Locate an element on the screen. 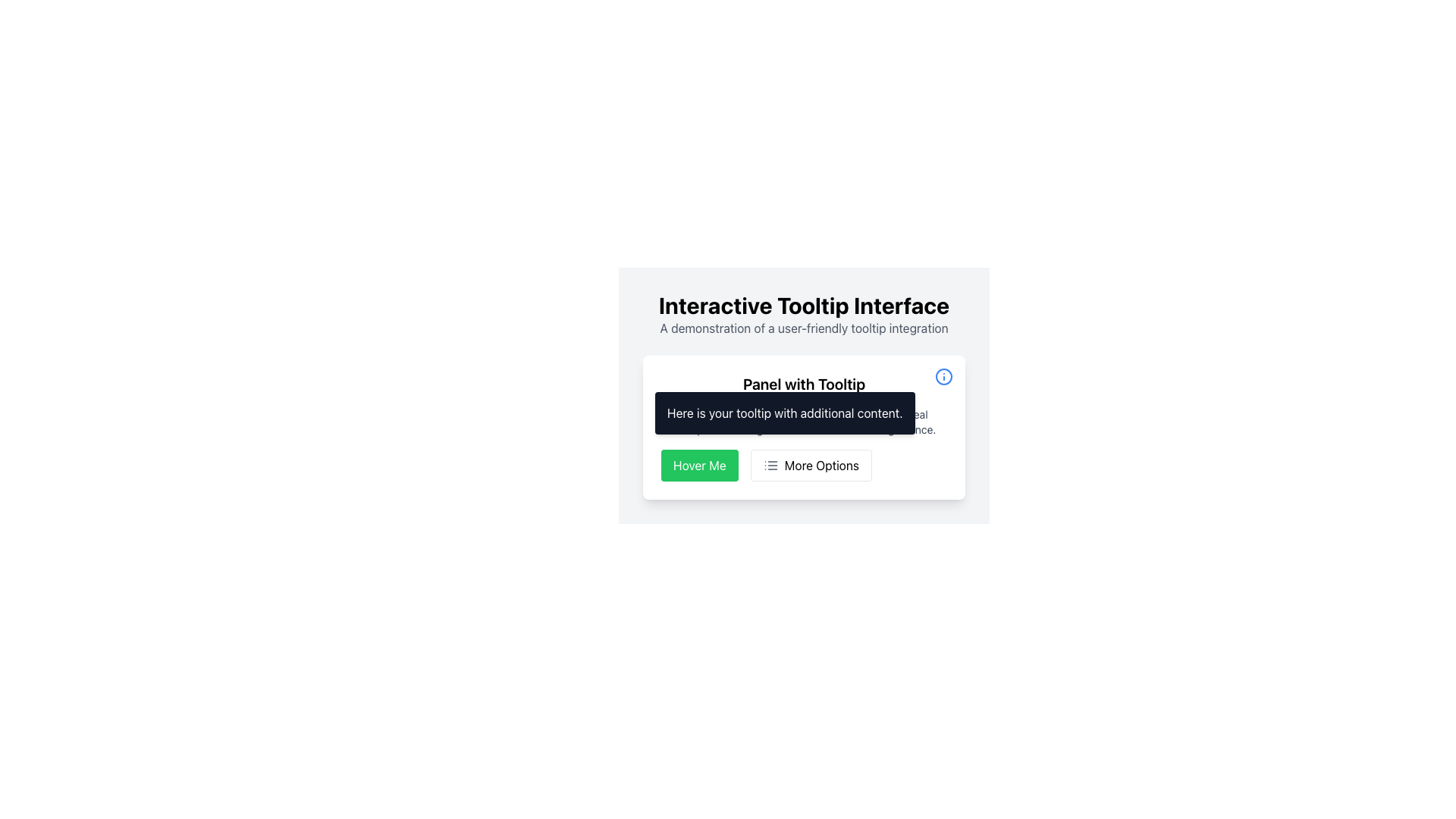  the header titled 'Interactive Tooltip Interface' is located at coordinates (803, 305).